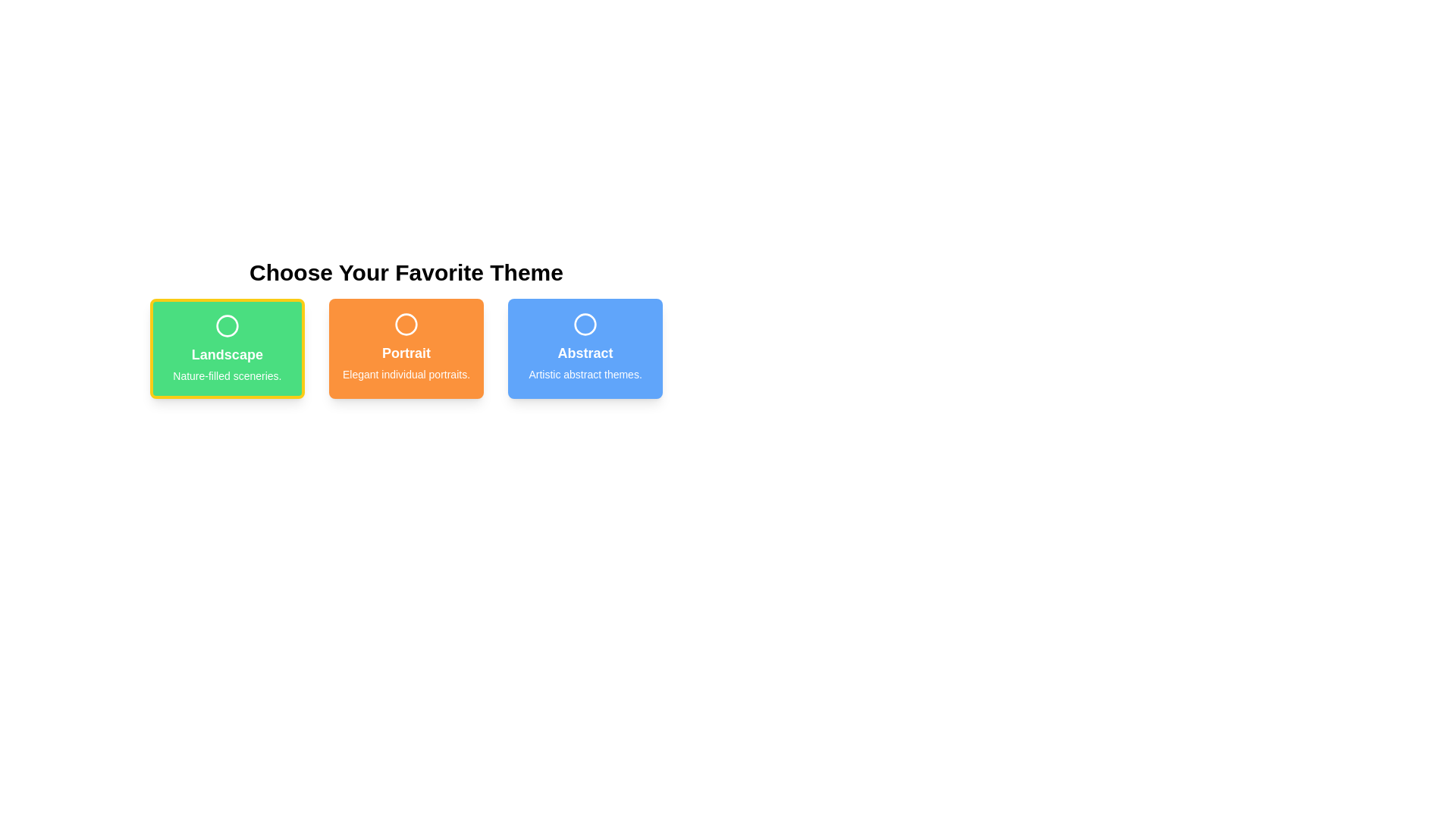  I want to click on descriptive text label providing information about the 'Landscape' theme, located at the center of the bottom section of the green card, so click(226, 375).